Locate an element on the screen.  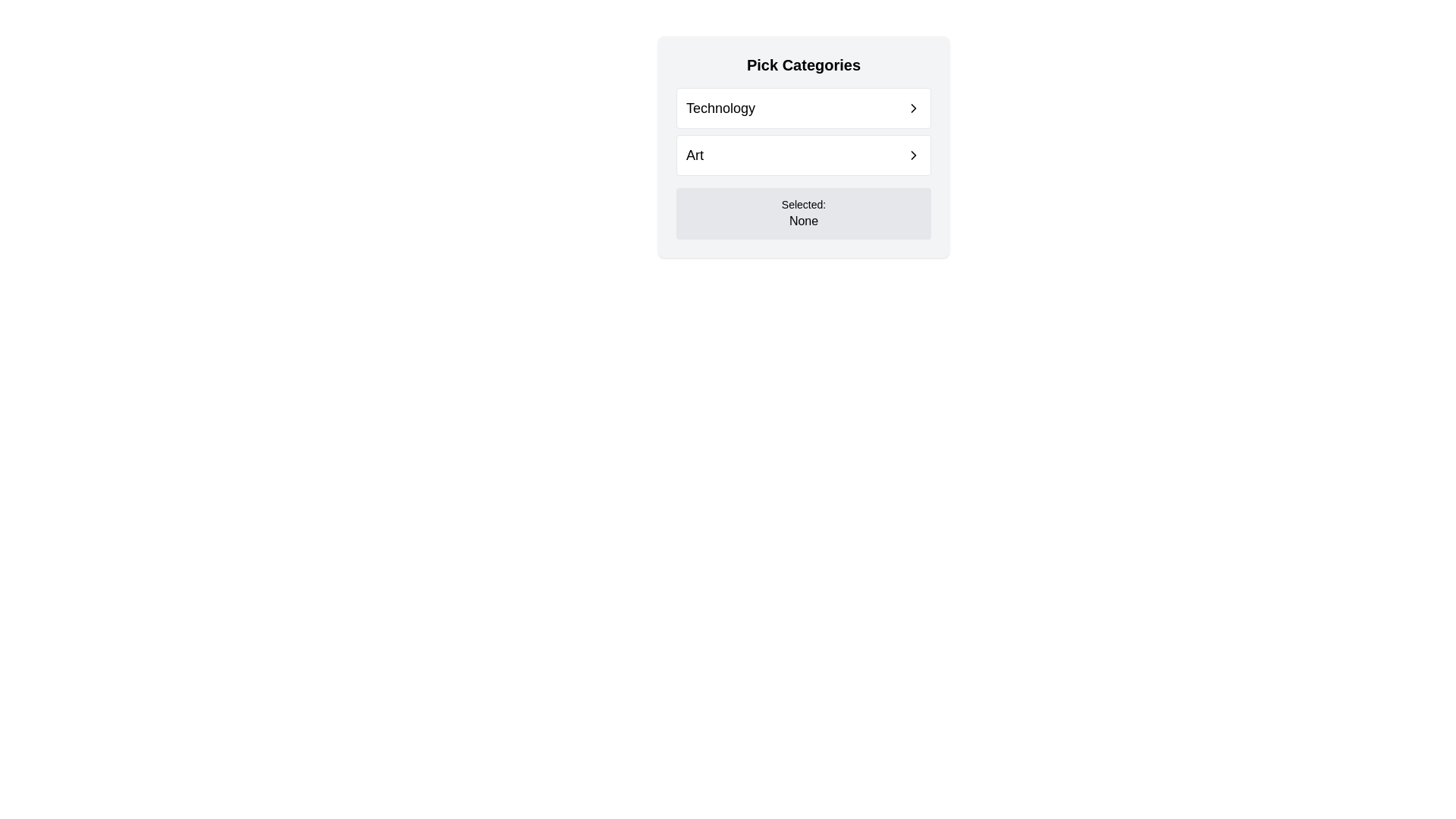
the button that serves as a navigation item related to 'Art', located directly below the 'Technology' element is located at coordinates (803, 155).